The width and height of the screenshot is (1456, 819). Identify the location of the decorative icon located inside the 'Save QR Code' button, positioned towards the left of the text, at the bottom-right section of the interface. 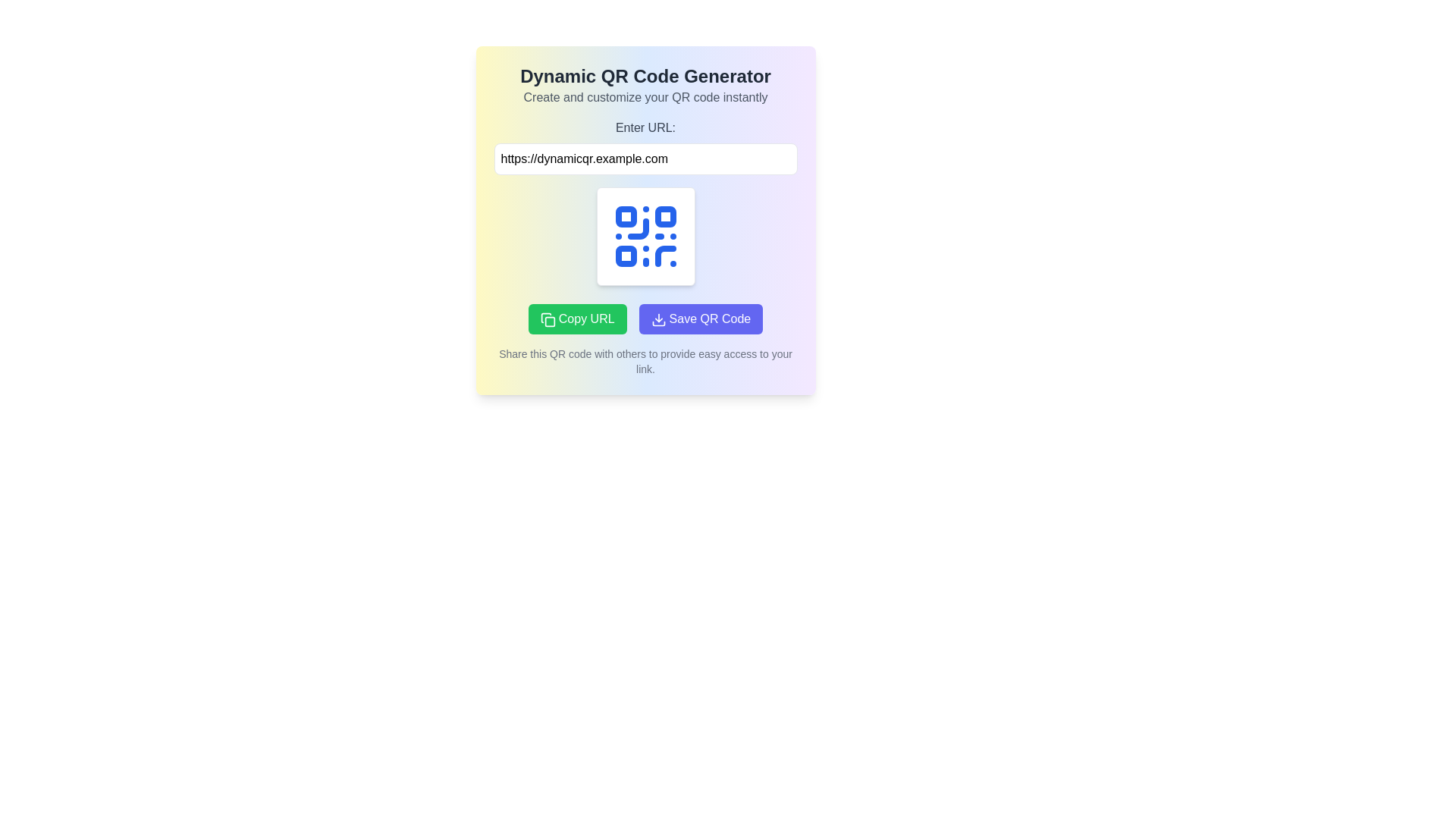
(658, 318).